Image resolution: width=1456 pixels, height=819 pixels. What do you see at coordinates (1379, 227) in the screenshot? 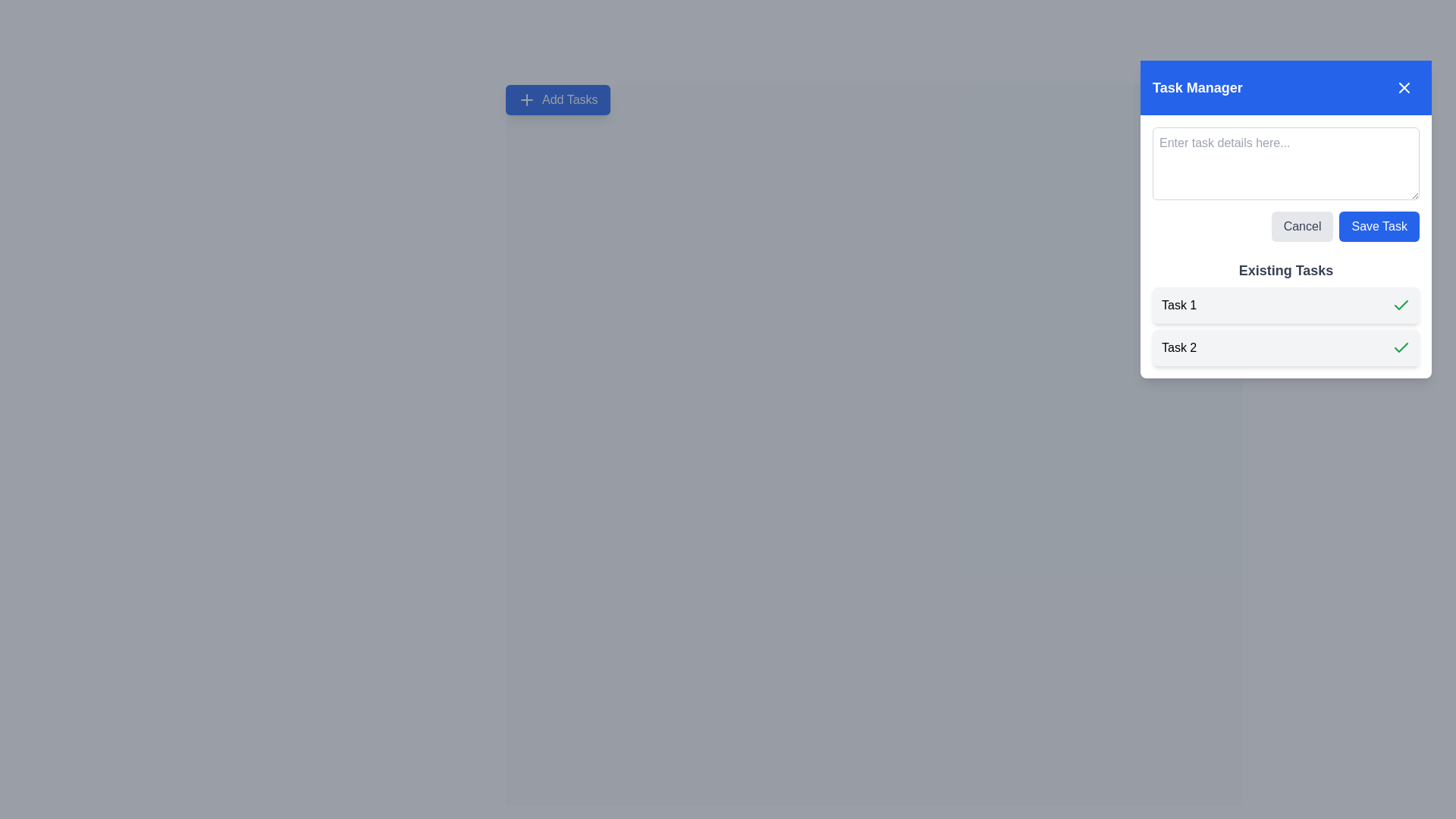
I see `the 'Save Task' button, which is a rectangular button with rounded corners and a blue background` at bounding box center [1379, 227].